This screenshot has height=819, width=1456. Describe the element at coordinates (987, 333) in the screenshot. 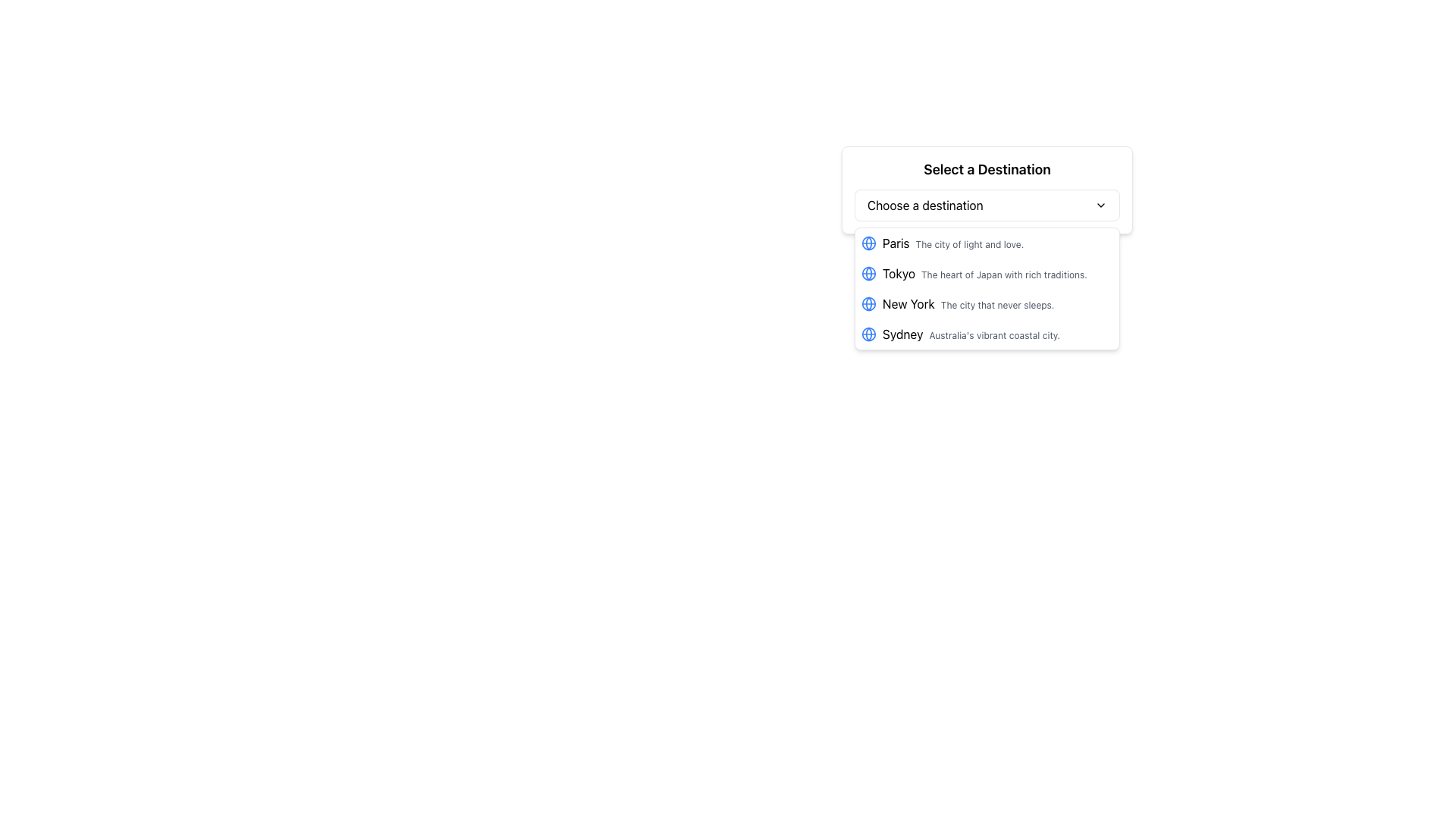

I see `the dropdown menu item for 'Sydney', the fourth entry under 'Select a Destination'` at that location.